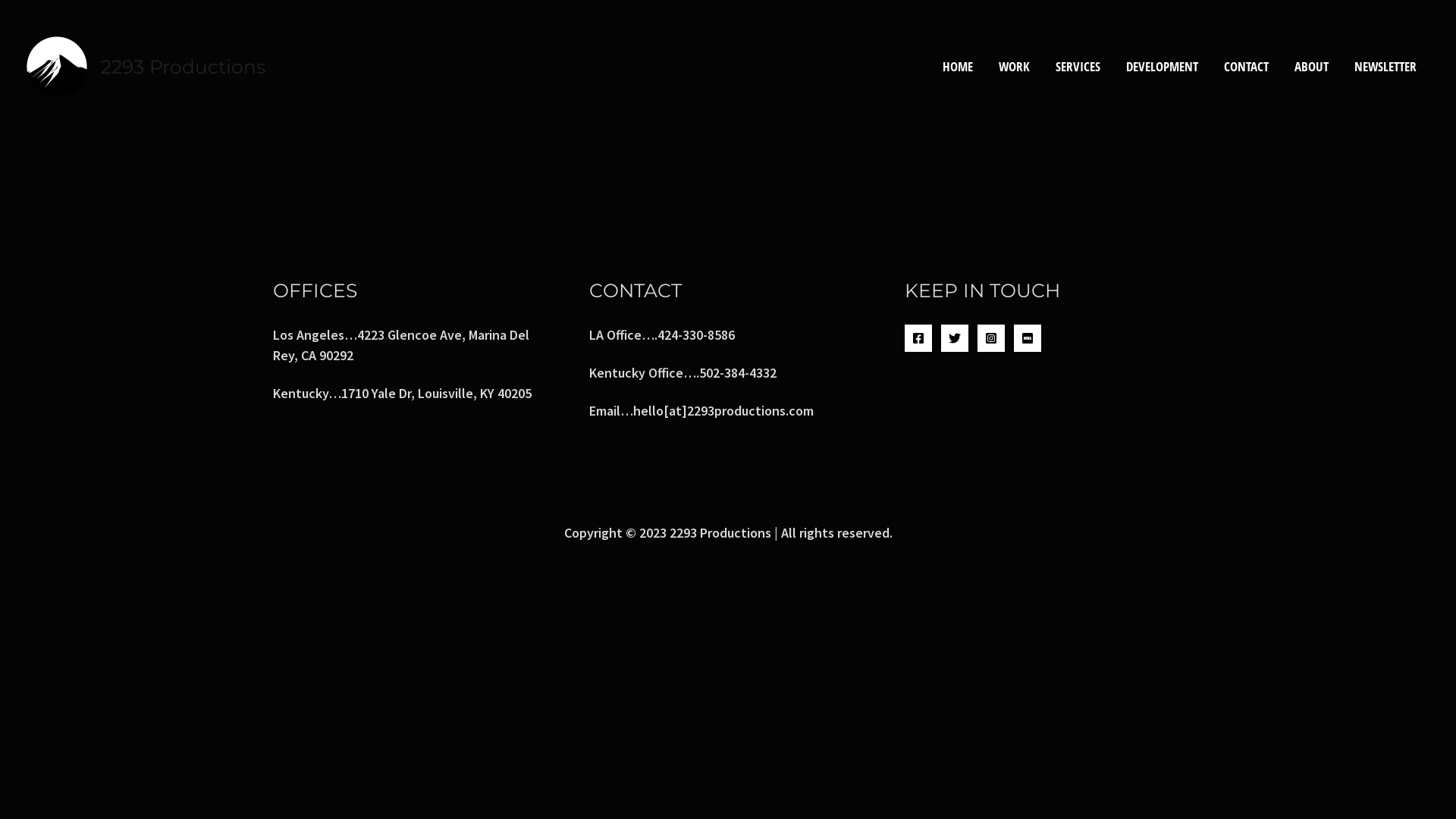 Image resolution: width=1456 pixels, height=819 pixels. Describe the element at coordinates (1041, 65) in the screenshot. I see `'SERVICES'` at that location.